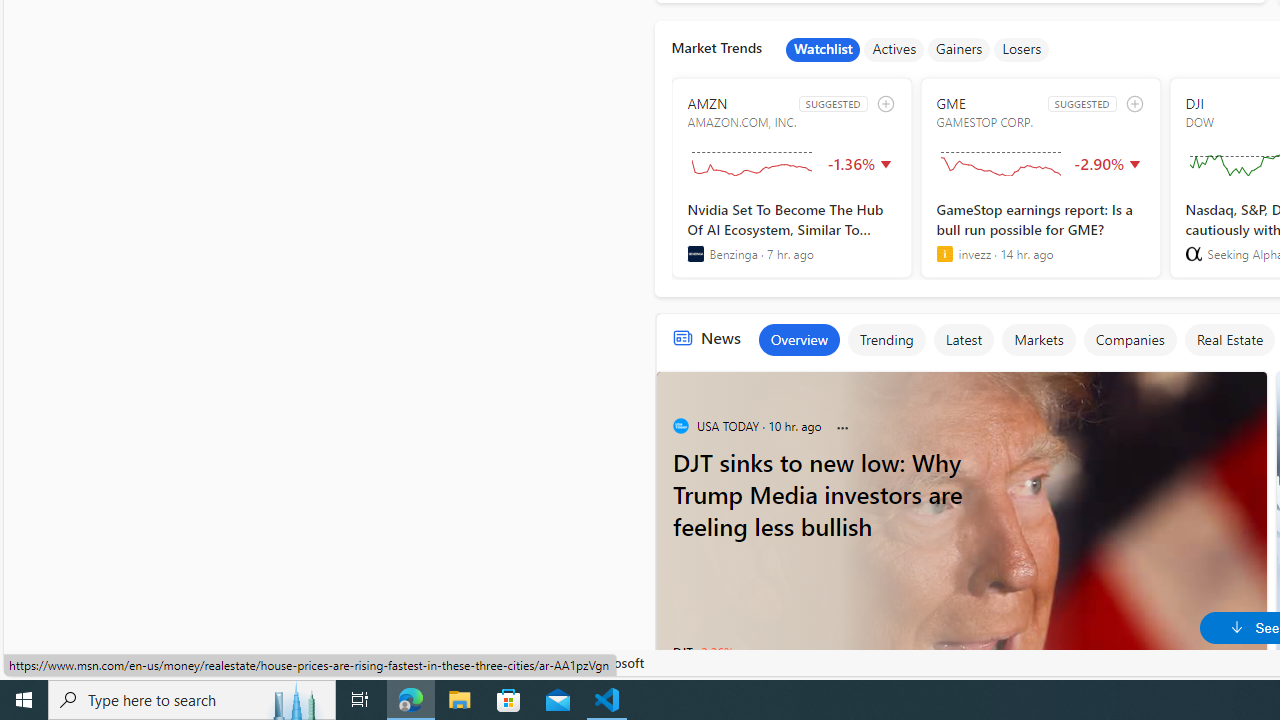 The image size is (1280, 720). I want to click on 'Losers', so click(1022, 49).